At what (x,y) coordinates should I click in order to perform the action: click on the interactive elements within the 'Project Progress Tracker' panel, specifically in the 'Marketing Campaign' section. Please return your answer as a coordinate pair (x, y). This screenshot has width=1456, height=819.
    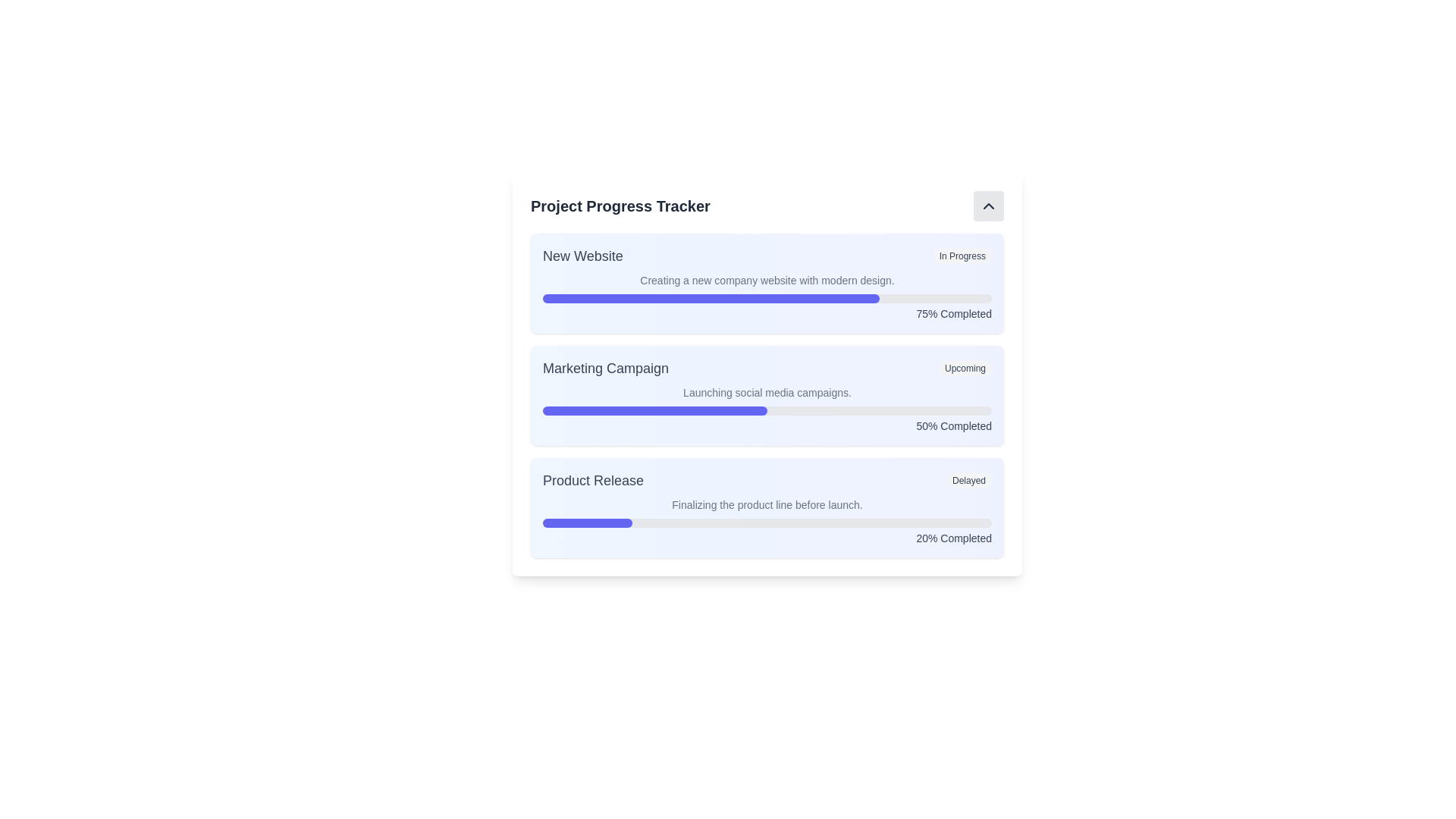
    Looking at the image, I should click on (767, 374).